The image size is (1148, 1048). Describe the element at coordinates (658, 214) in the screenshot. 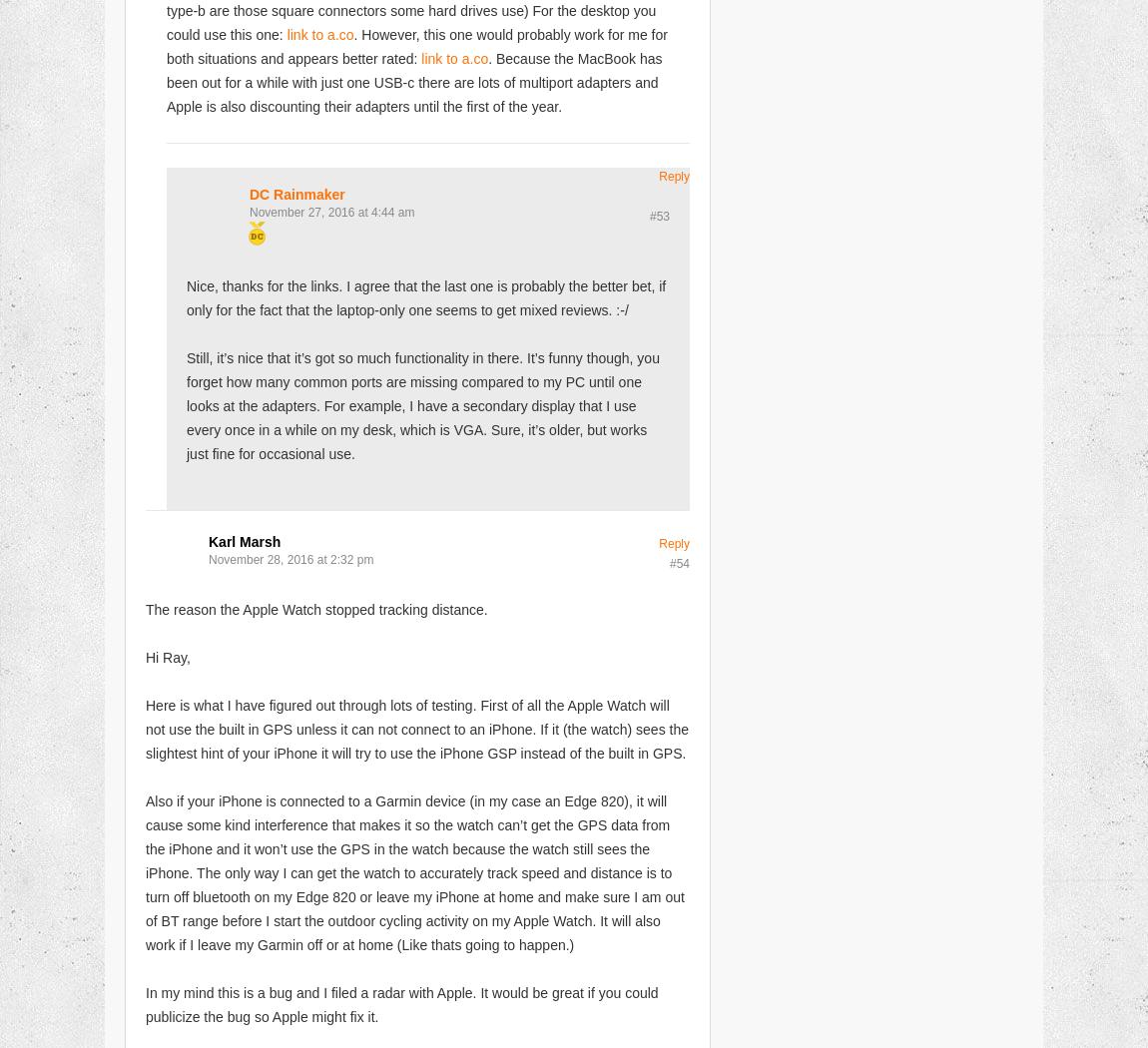

I see `'#53'` at that location.